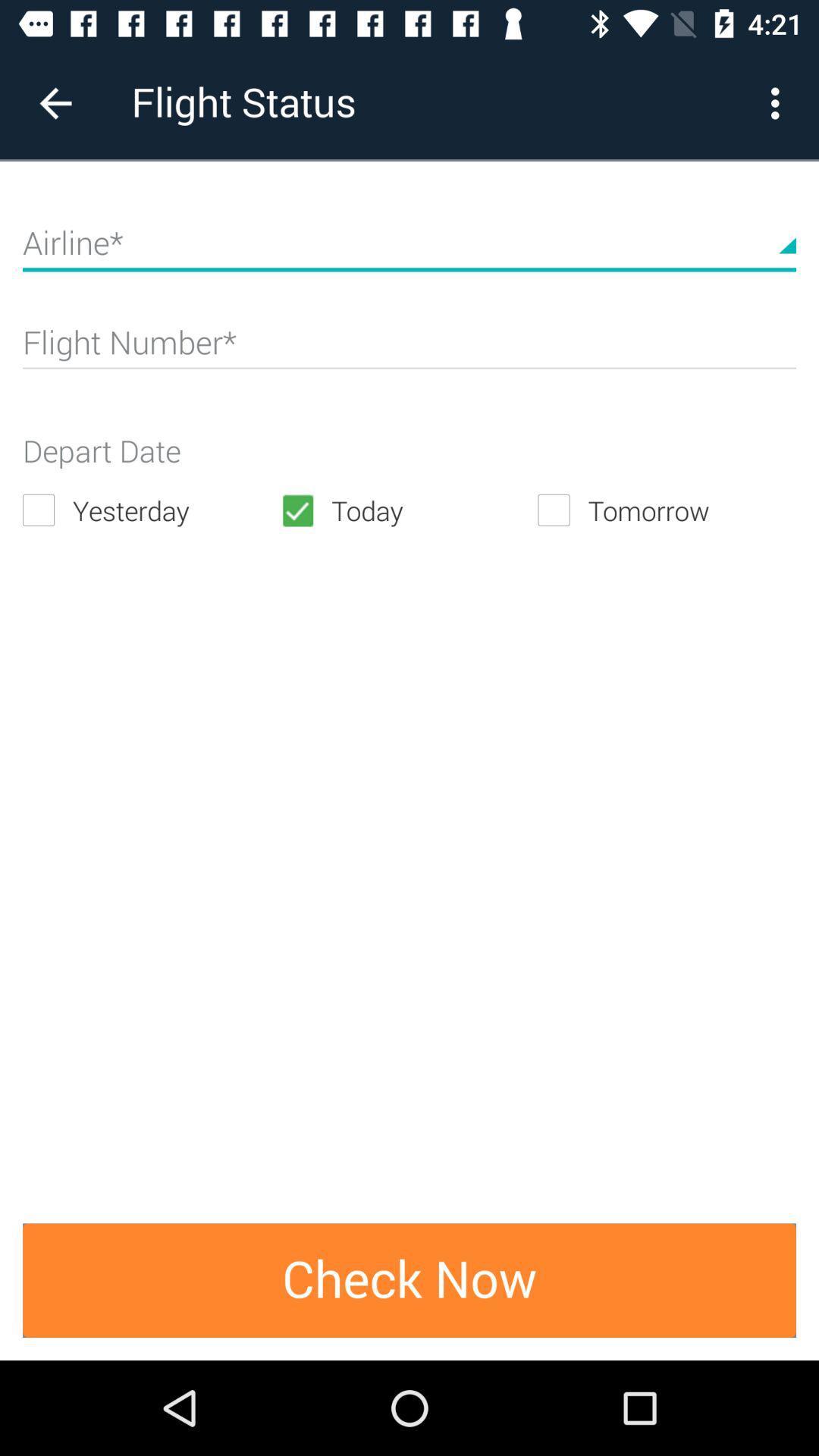 This screenshot has height=1456, width=819. What do you see at coordinates (666, 510) in the screenshot?
I see `tomorrow` at bounding box center [666, 510].